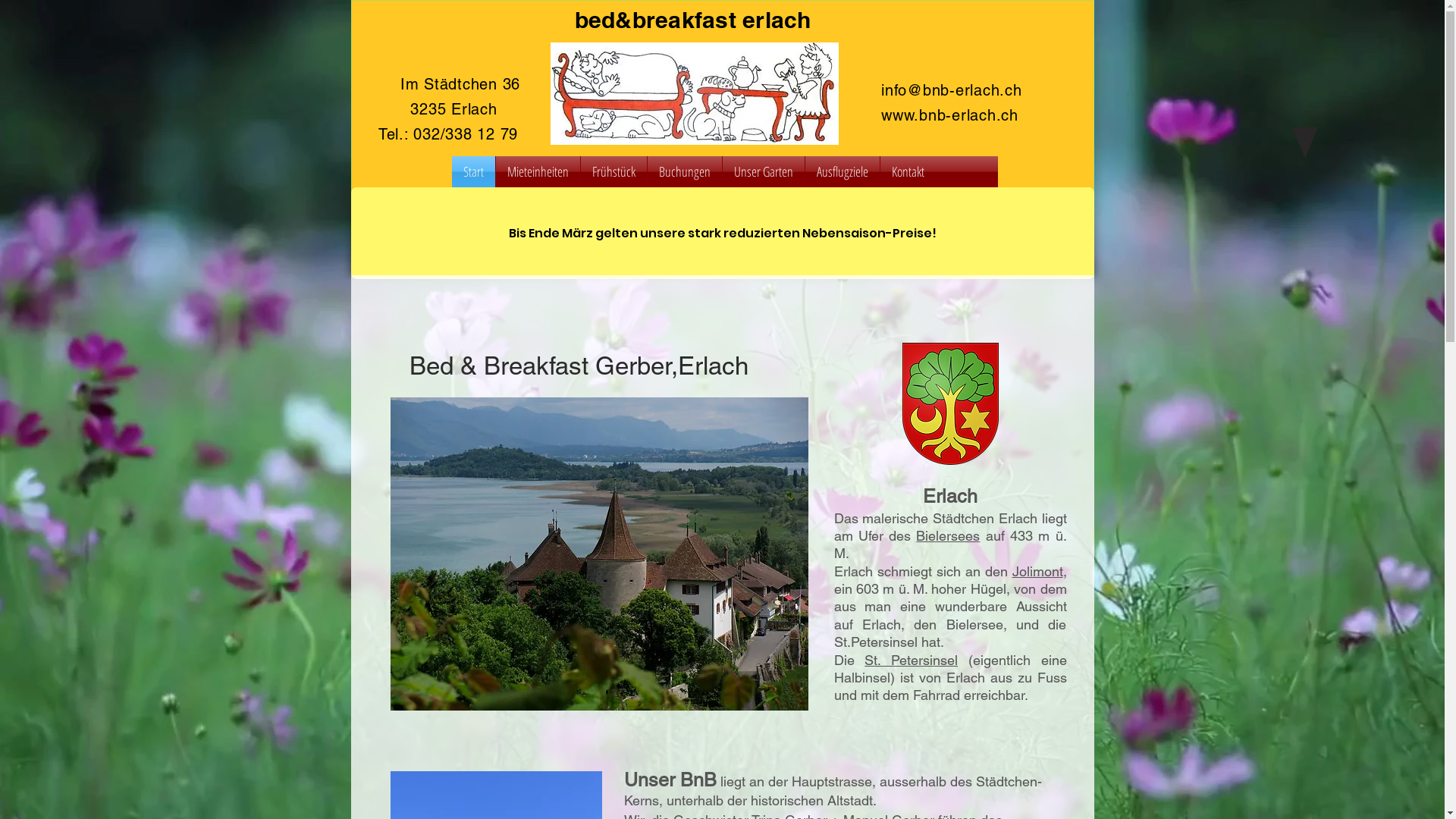 The height and width of the screenshot is (819, 1456). I want to click on 'Unser Garten', so click(763, 171).